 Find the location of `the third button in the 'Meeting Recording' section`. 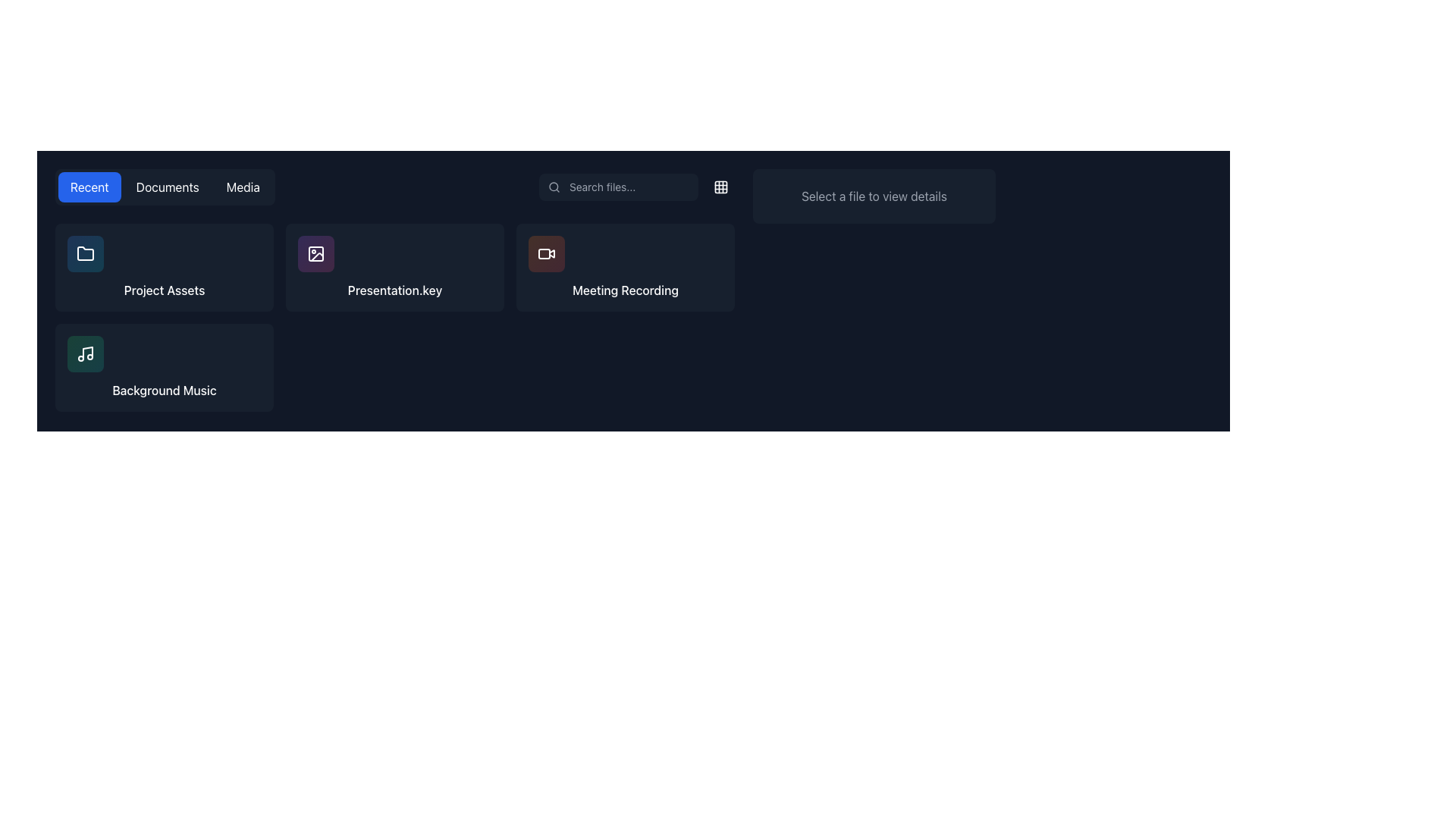

the third button in the 'Meeting Recording' section is located at coordinates (546, 253).